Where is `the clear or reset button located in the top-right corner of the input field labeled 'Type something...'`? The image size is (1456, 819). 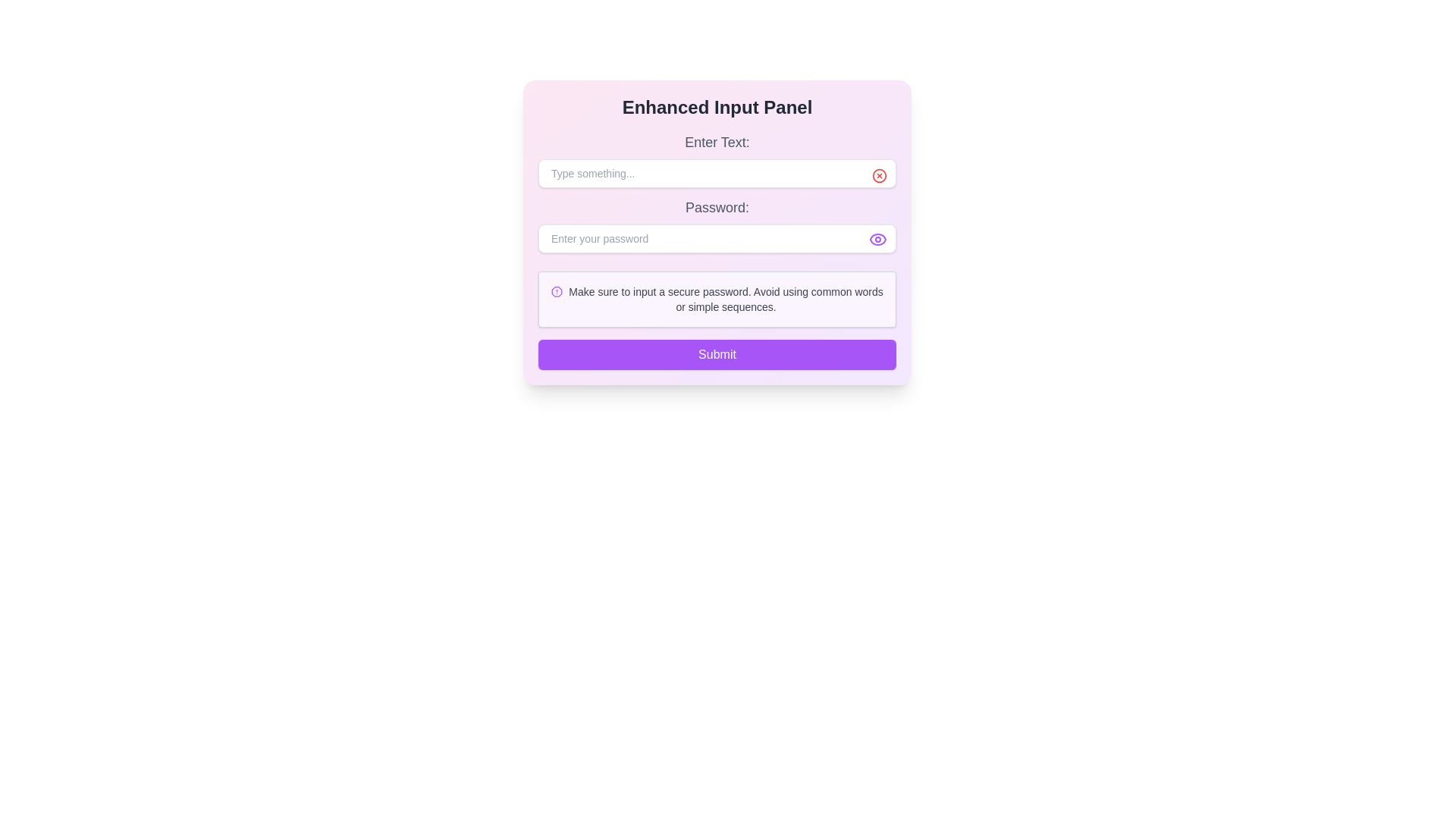
the clear or reset button located in the top-right corner of the input field labeled 'Type something...' is located at coordinates (880, 174).